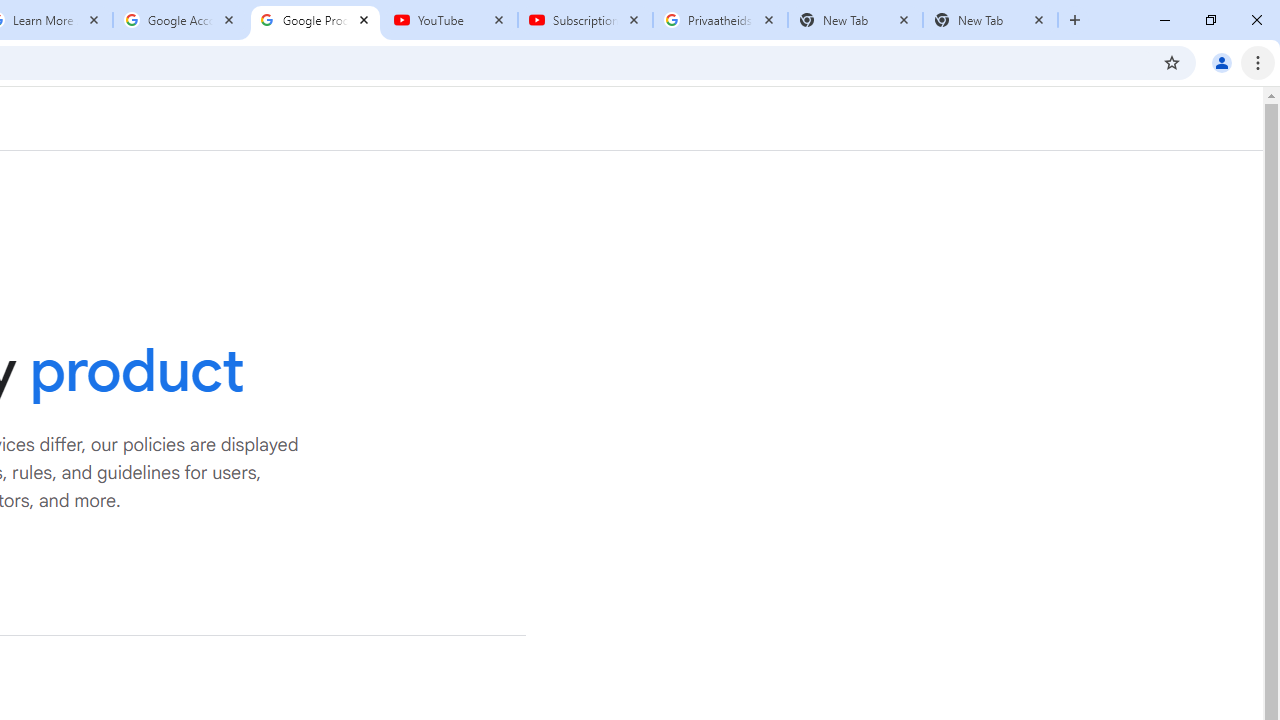 This screenshot has height=720, width=1280. Describe the element at coordinates (584, 20) in the screenshot. I see `'Subscriptions - YouTube'` at that location.